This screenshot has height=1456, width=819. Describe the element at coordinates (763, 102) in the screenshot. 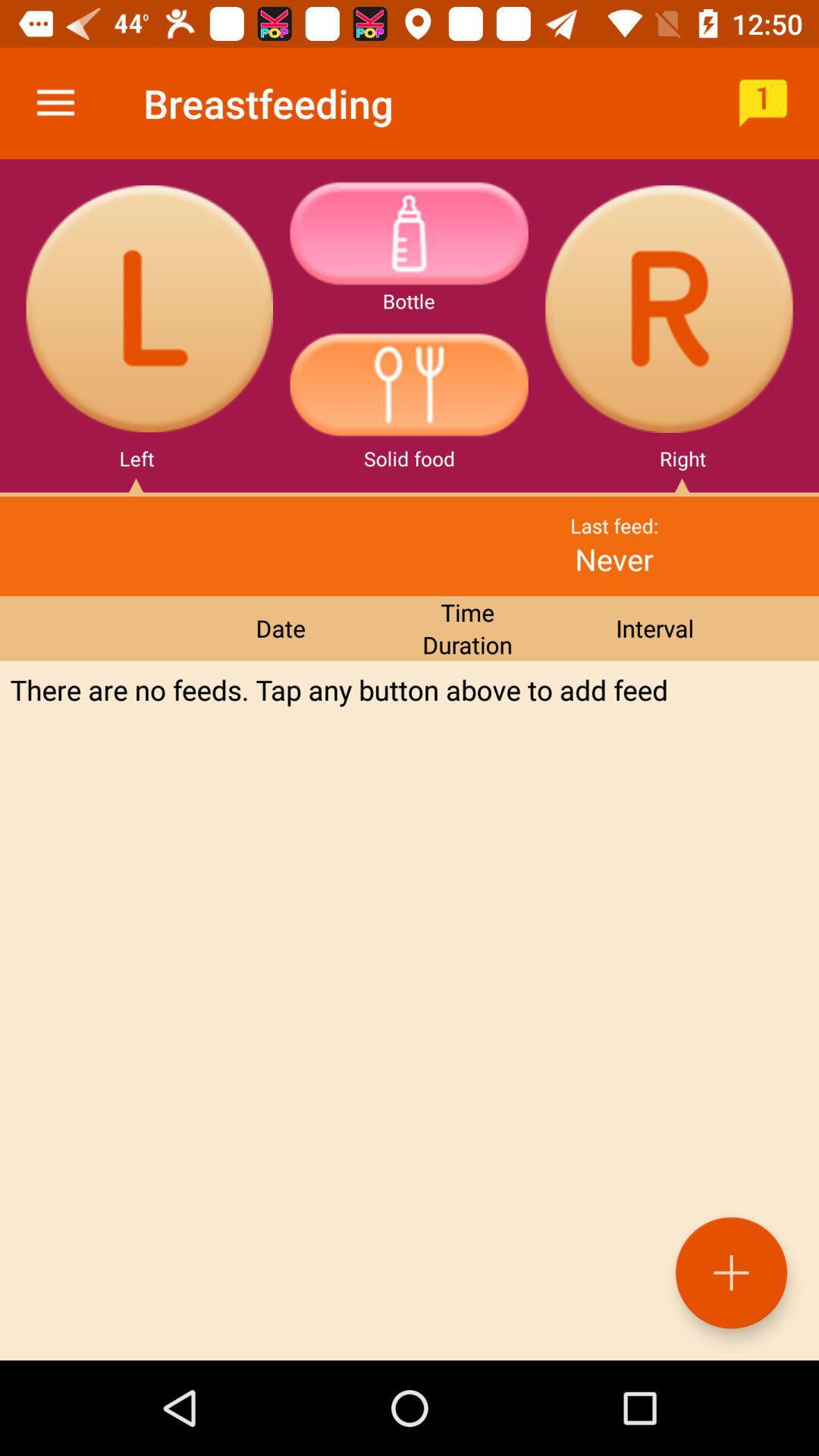

I see `icon next to breastfeeding` at that location.